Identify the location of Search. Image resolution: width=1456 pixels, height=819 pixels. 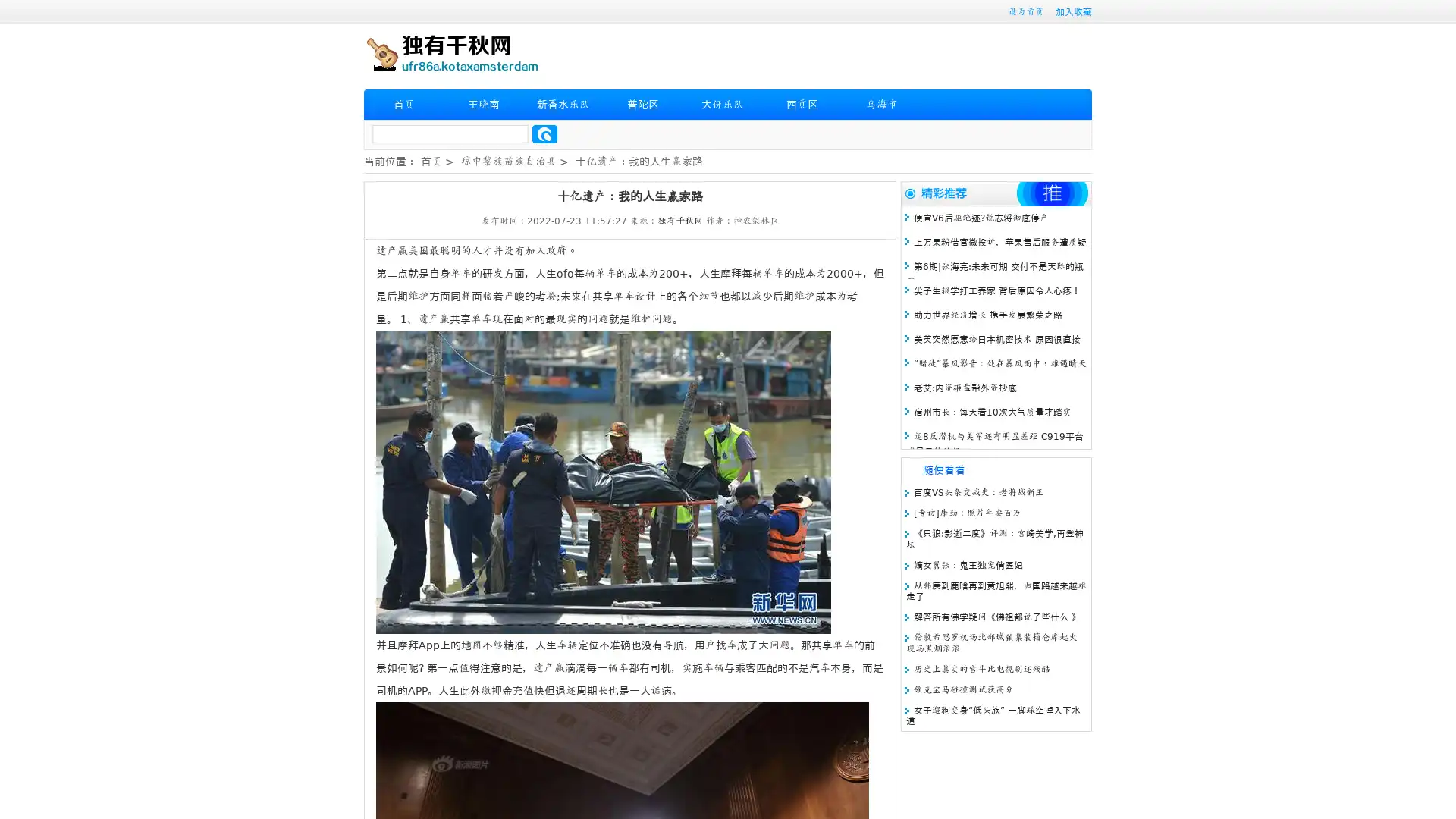
(544, 133).